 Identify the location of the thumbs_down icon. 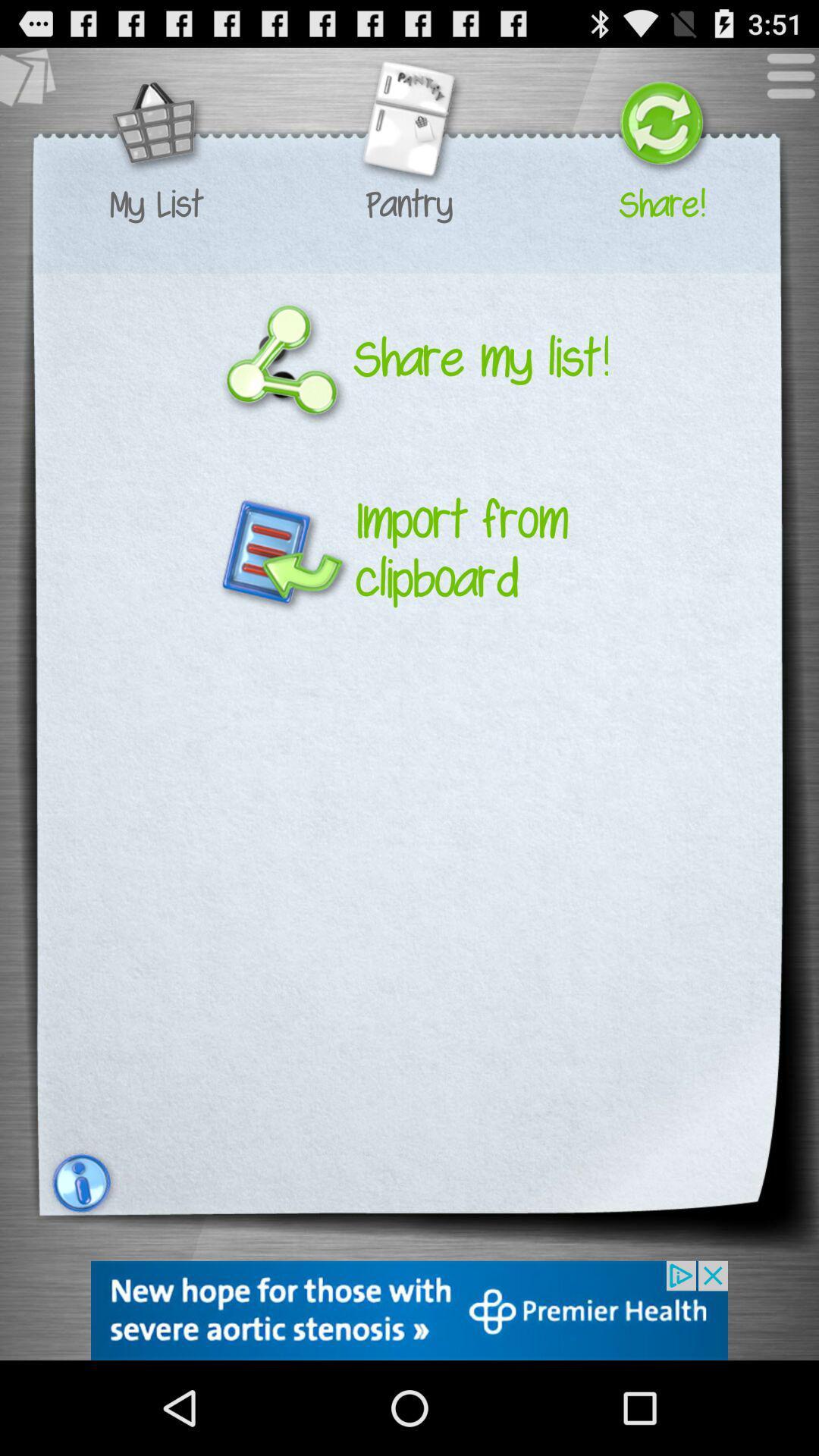
(35, 89).